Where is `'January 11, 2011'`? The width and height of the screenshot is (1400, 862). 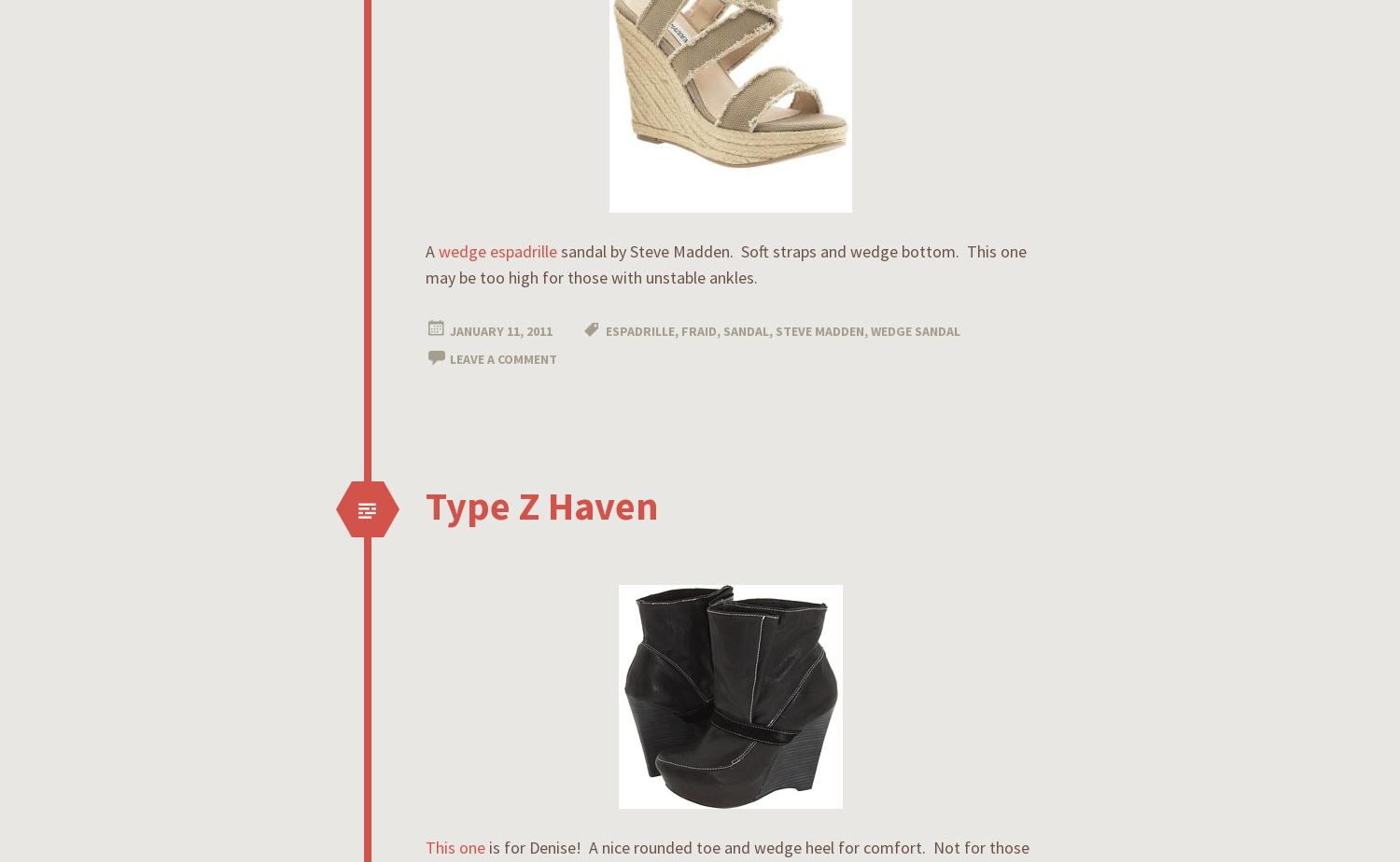
'January 11, 2011' is located at coordinates (501, 331).